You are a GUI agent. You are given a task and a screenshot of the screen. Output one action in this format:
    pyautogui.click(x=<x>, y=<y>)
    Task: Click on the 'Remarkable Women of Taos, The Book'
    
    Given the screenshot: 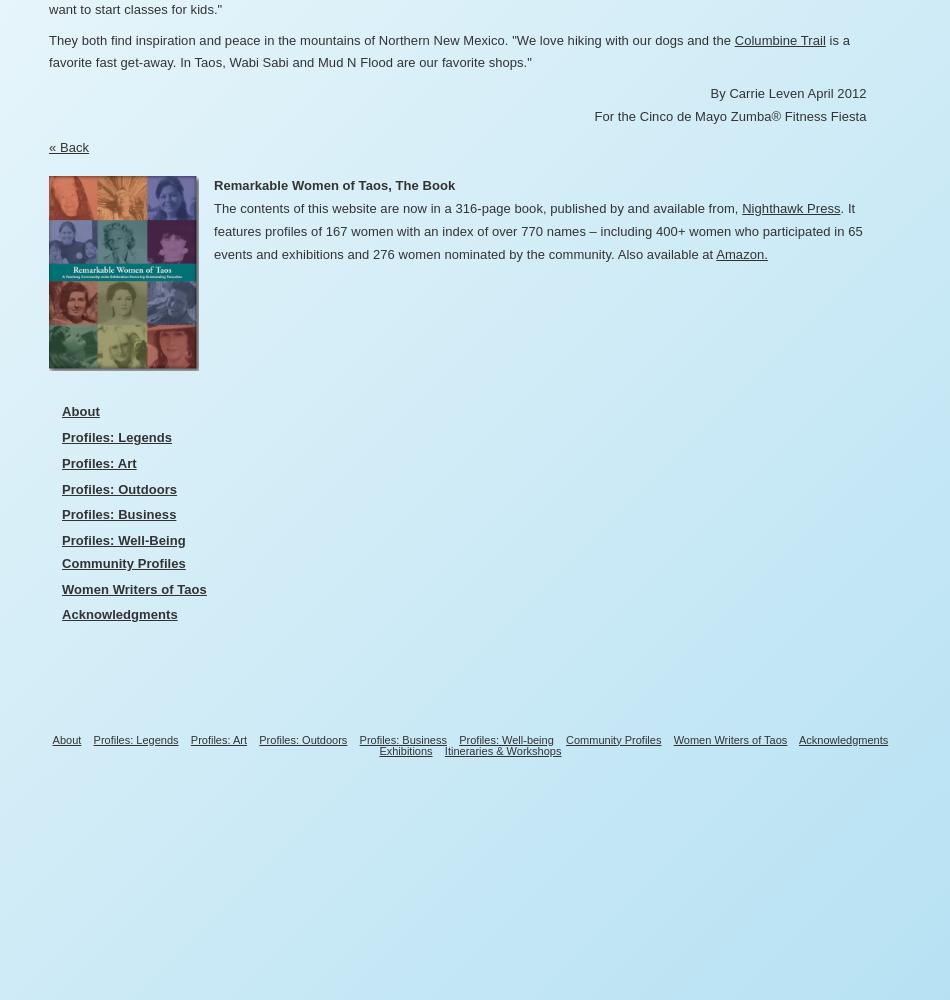 What is the action you would take?
    pyautogui.click(x=333, y=185)
    